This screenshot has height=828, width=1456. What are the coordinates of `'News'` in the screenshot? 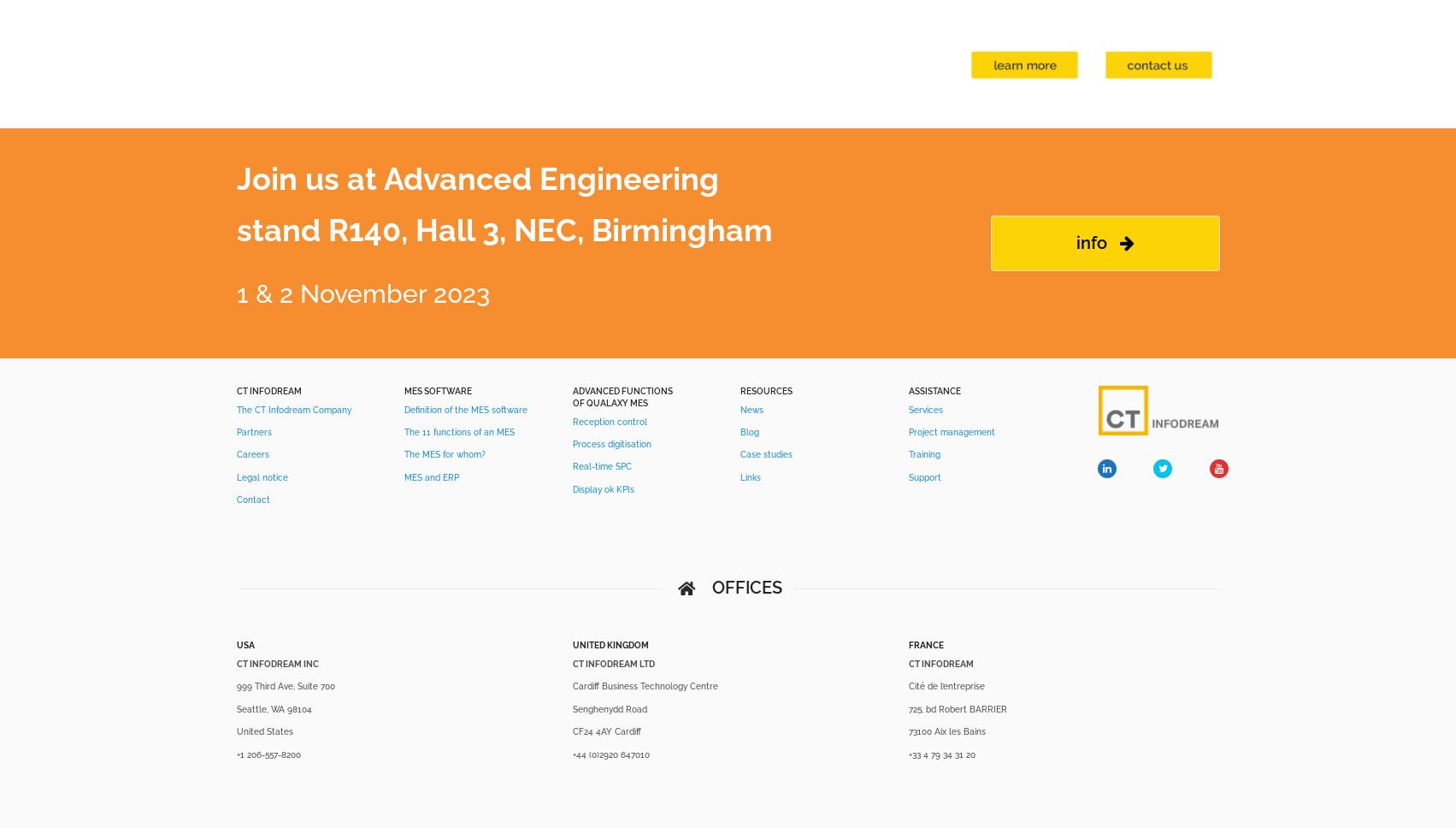 It's located at (739, 408).